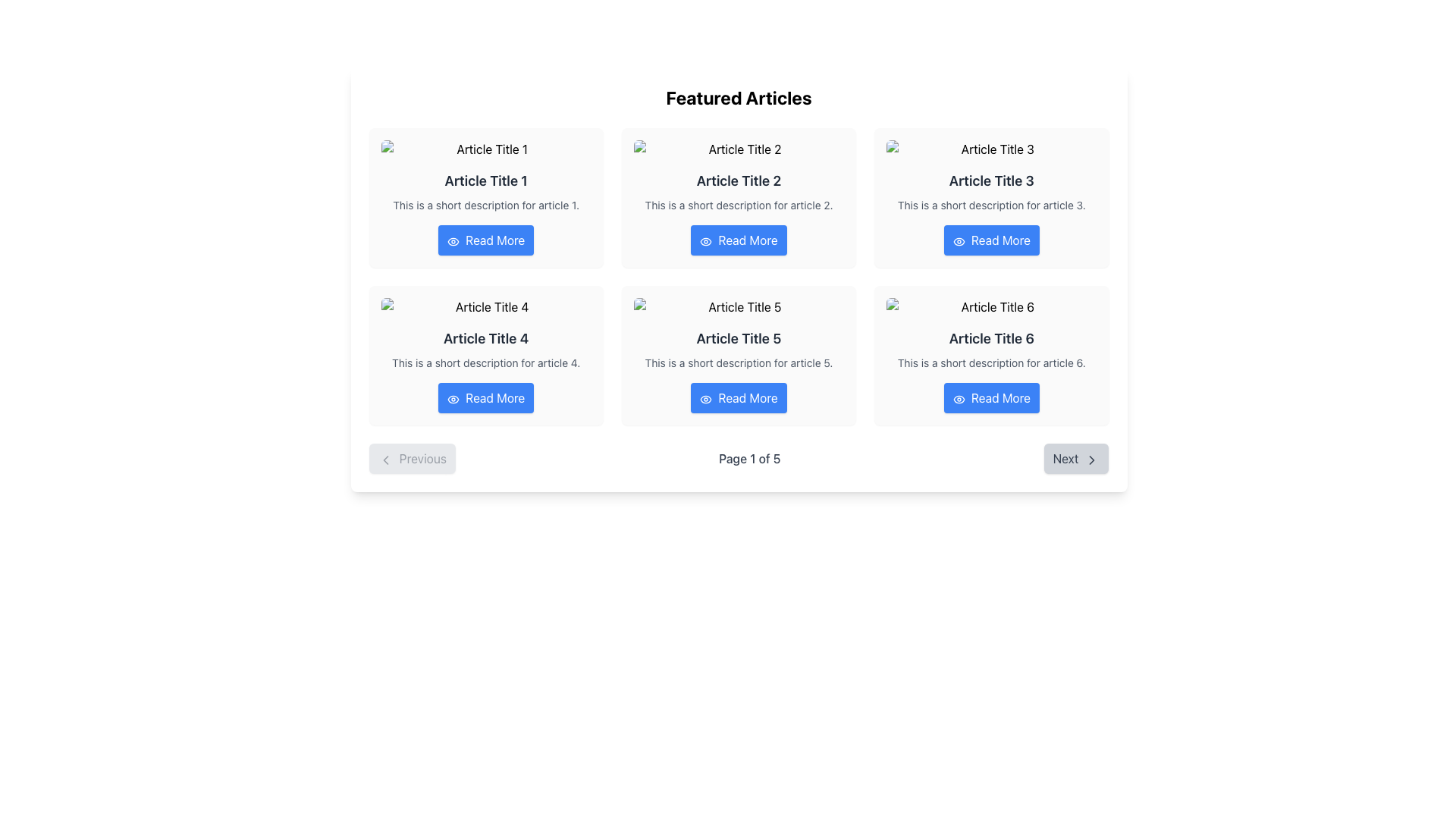  What do you see at coordinates (991, 239) in the screenshot?
I see `the 'Read More' button with a blue background and rounded edges, located in the third column of the grid layout under 'Article Title 3'` at bounding box center [991, 239].